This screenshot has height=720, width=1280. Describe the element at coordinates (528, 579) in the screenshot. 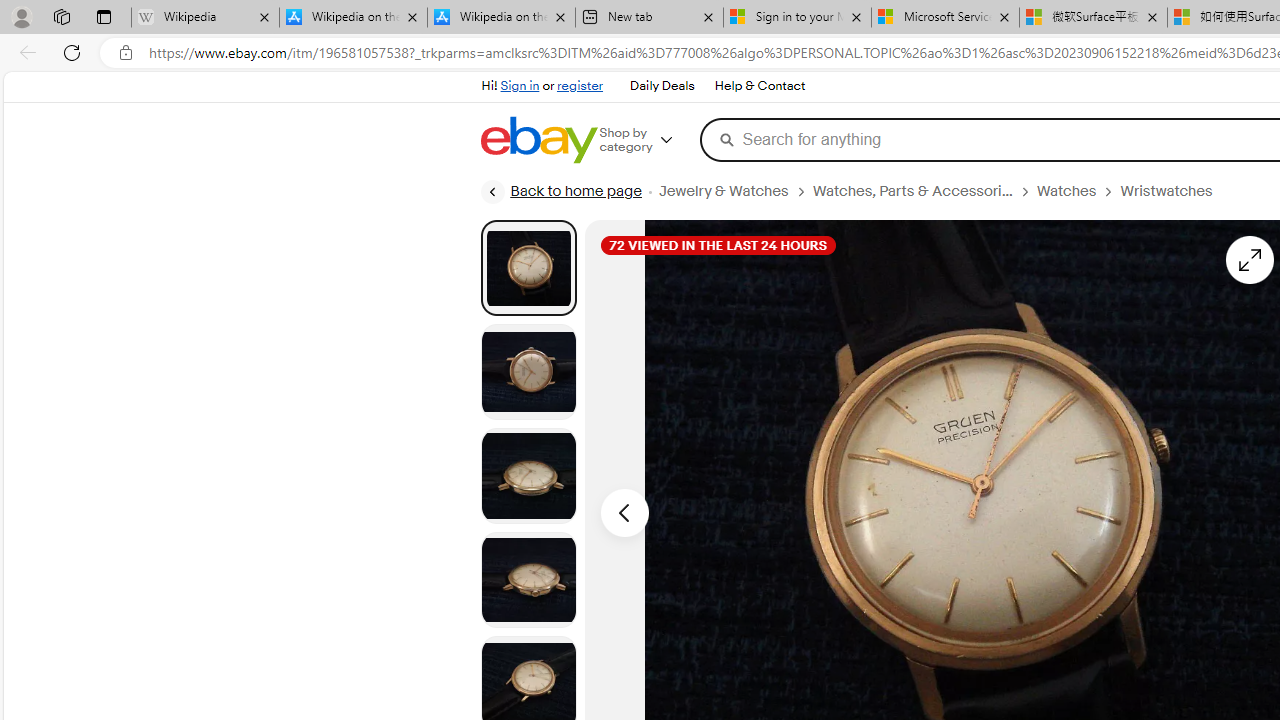

I see `'Picture 4 of 8'` at that location.